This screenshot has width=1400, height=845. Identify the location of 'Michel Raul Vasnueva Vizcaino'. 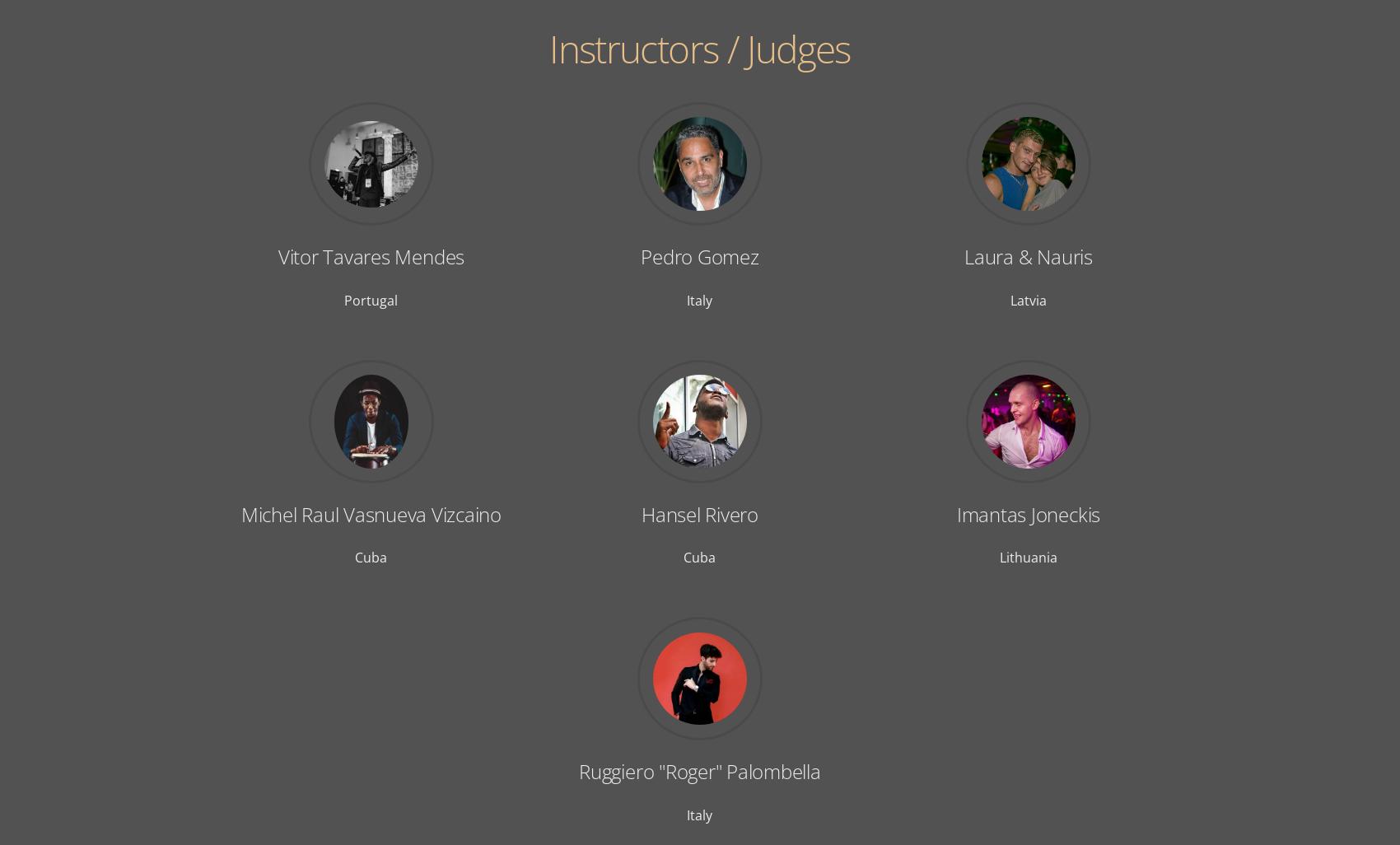
(370, 513).